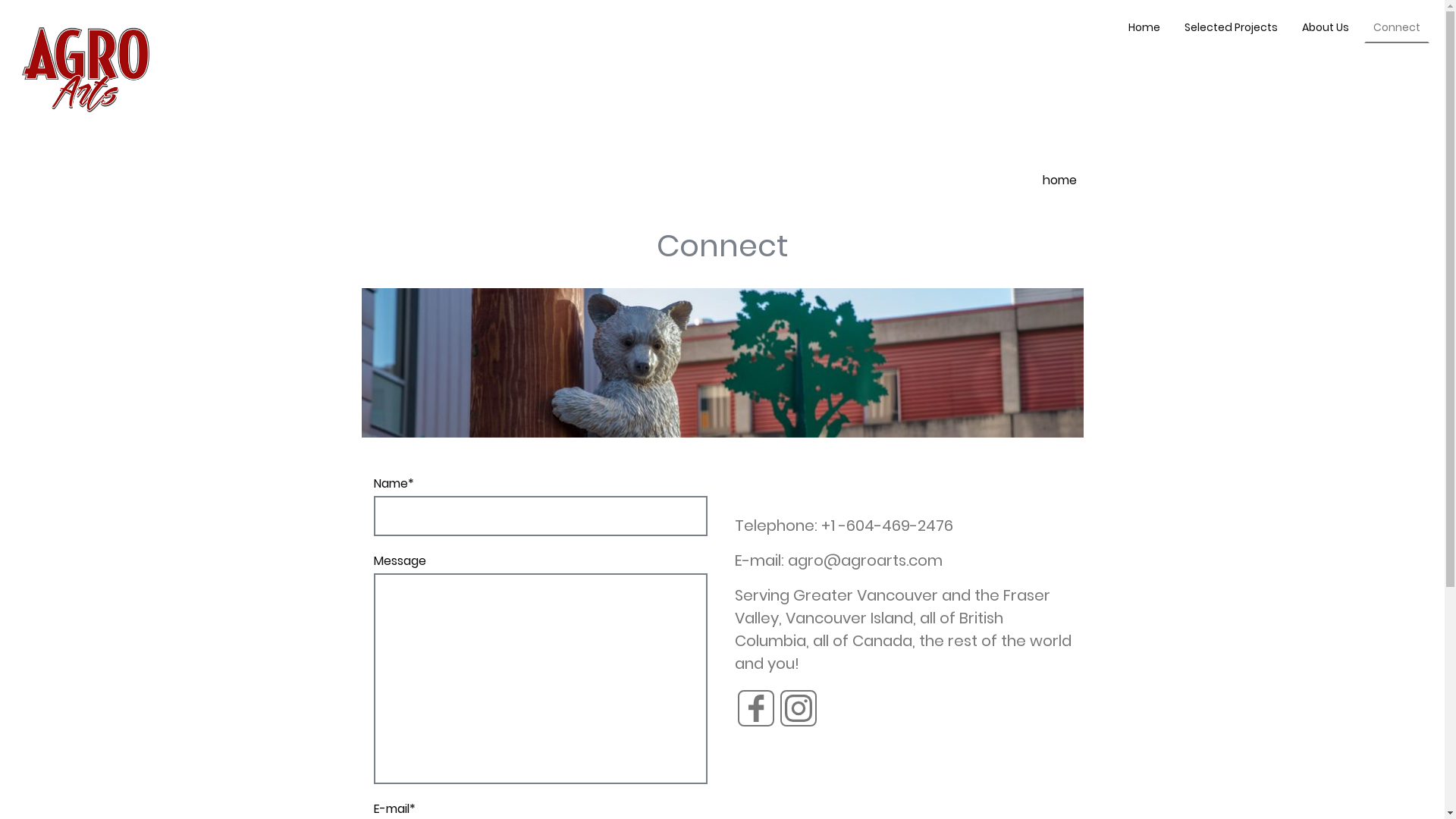 This screenshot has width=1456, height=819. What do you see at coordinates (1175, 27) in the screenshot?
I see `'Selected Projects'` at bounding box center [1175, 27].